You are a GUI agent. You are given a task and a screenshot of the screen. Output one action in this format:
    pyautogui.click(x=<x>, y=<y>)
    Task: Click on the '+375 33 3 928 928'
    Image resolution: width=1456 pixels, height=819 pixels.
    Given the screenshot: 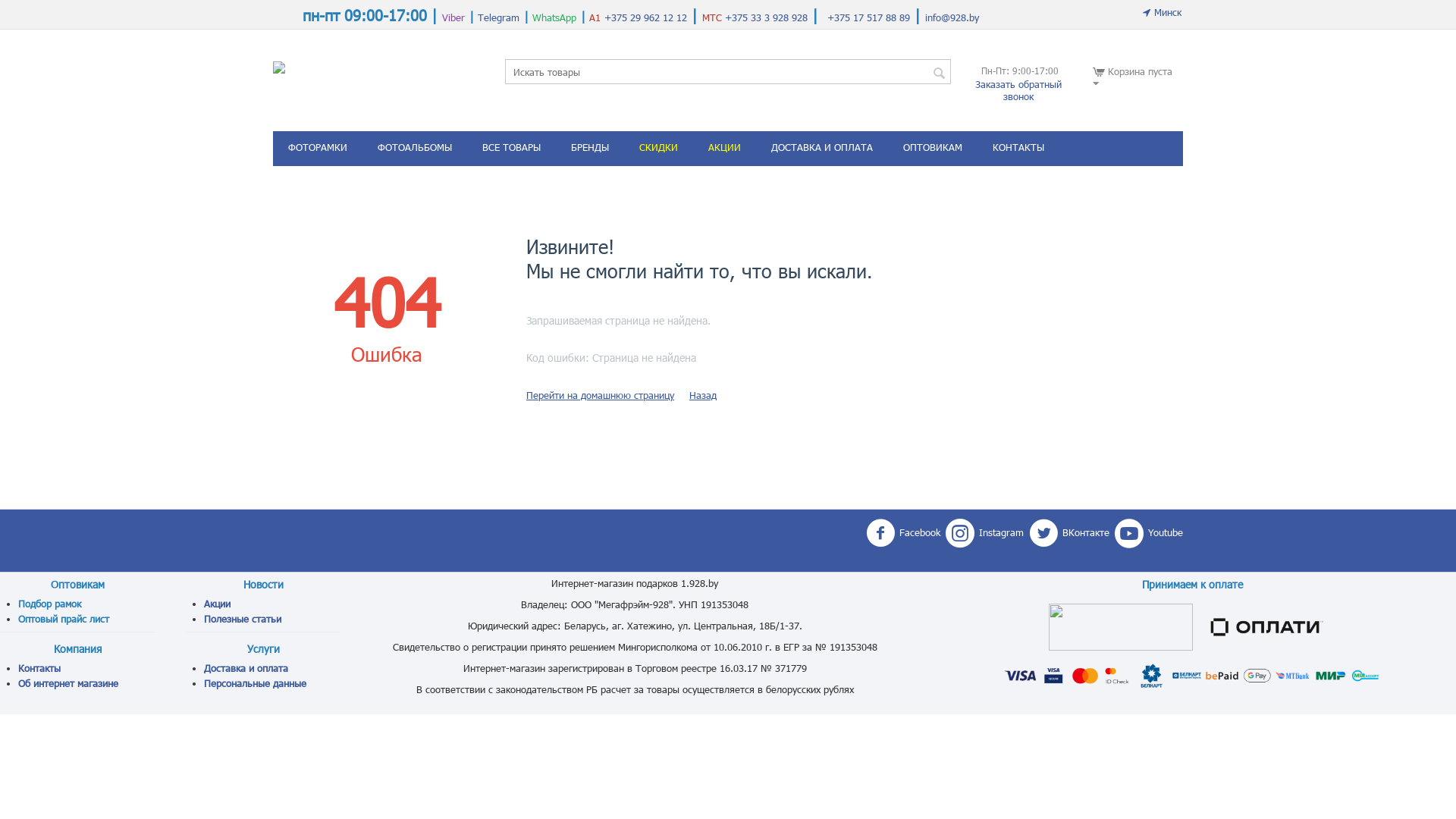 What is the action you would take?
    pyautogui.click(x=764, y=17)
    